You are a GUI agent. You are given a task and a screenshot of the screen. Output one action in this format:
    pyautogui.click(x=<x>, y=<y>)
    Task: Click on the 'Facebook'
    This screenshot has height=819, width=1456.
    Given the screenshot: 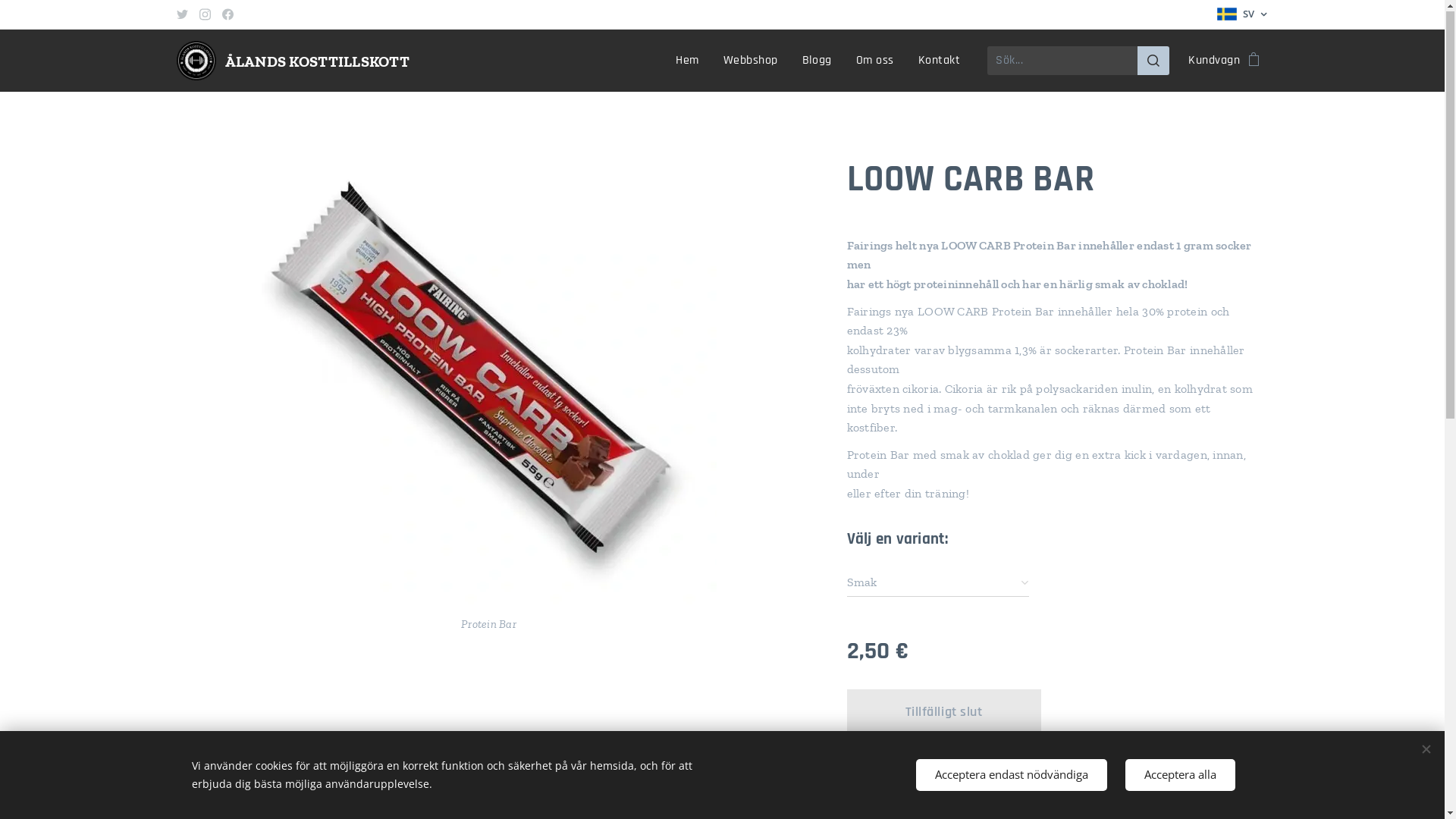 What is the action you would take?
    pyautogui.click(x=227, y=14)
    